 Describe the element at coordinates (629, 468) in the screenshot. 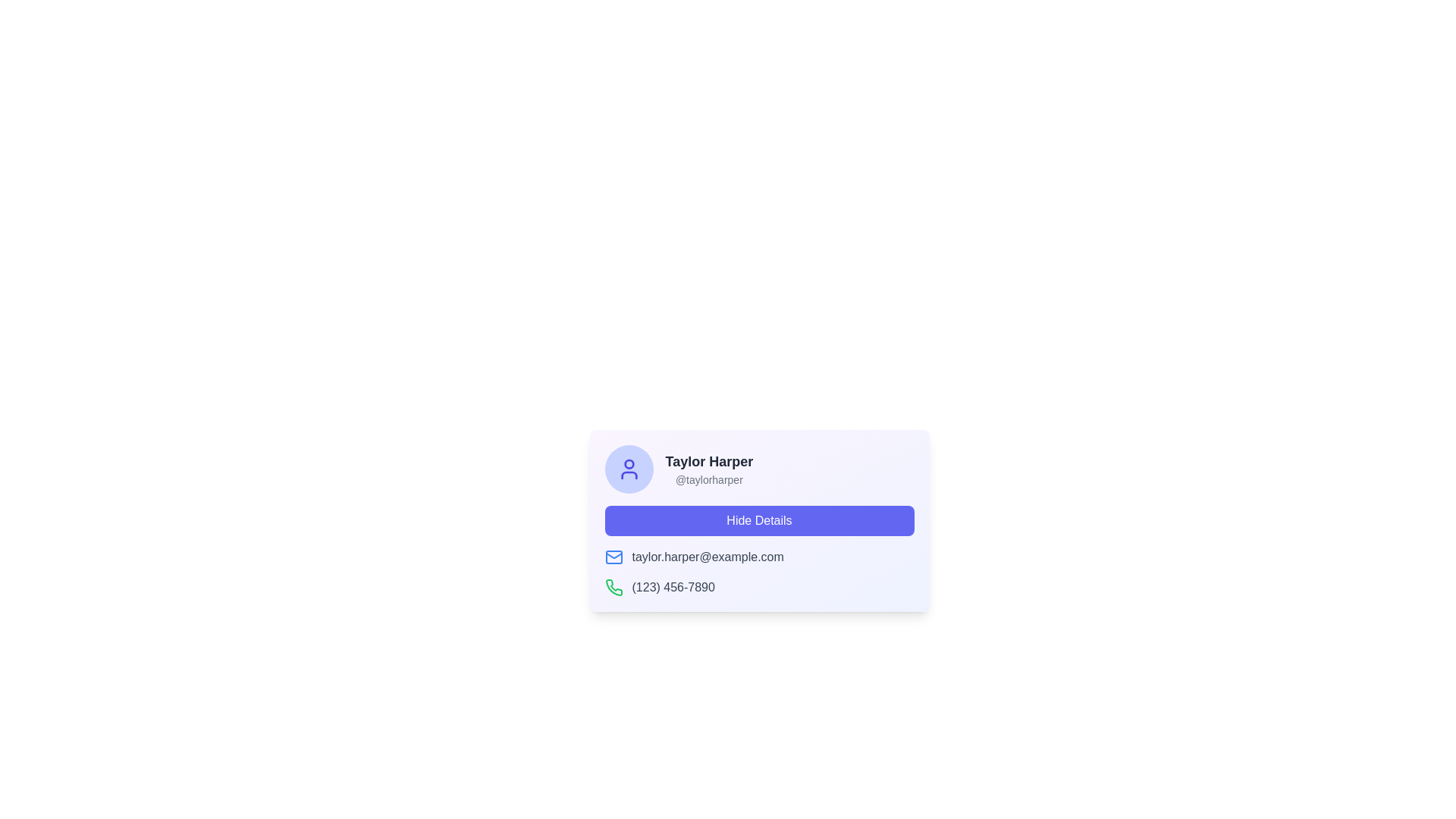

I see `the user profile icon located at the top-left corner of the profile card, which serves as a placeholder for a profile picture` at that location.